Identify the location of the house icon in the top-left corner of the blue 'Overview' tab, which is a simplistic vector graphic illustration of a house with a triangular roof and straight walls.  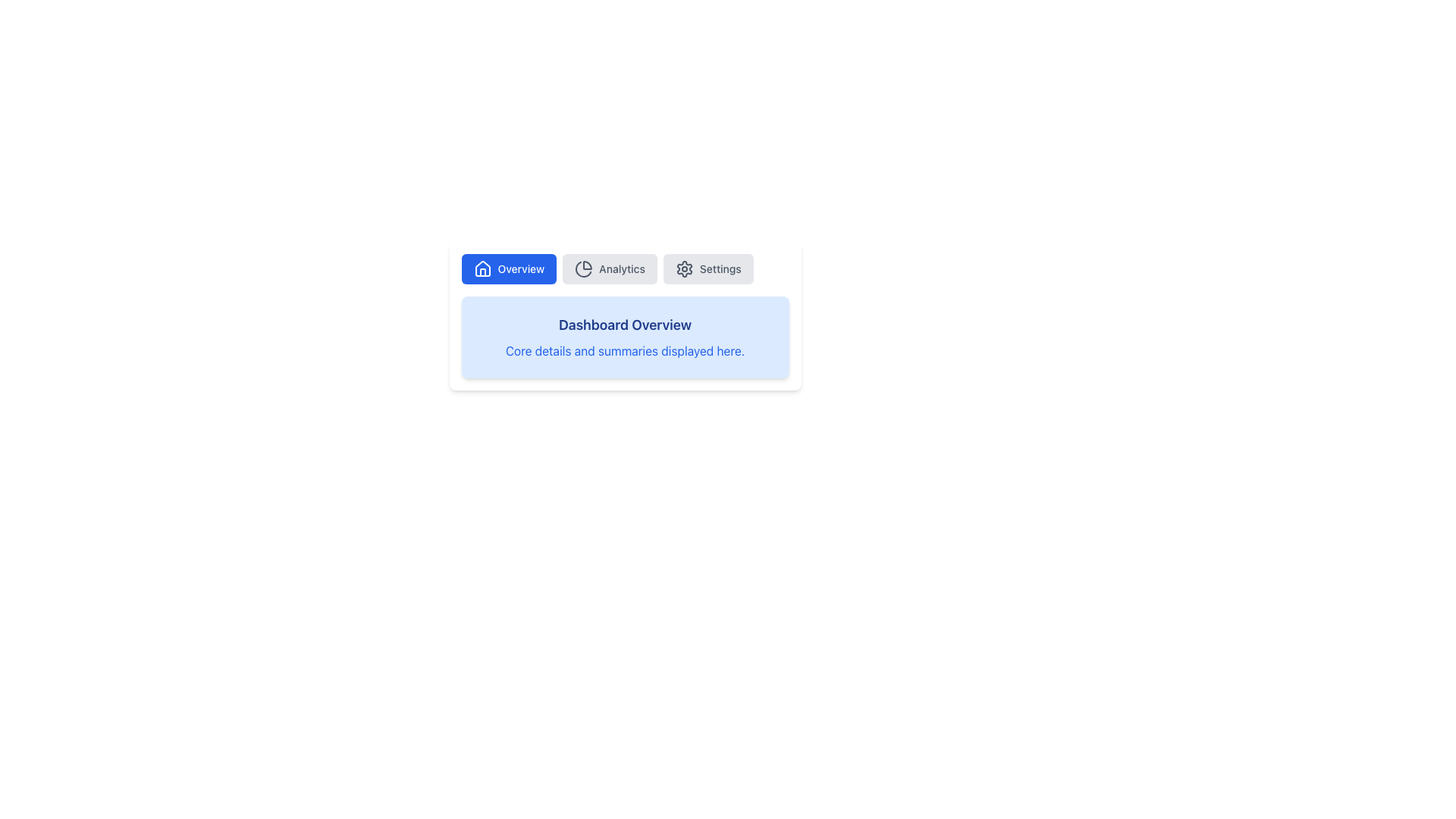
(482, 268).